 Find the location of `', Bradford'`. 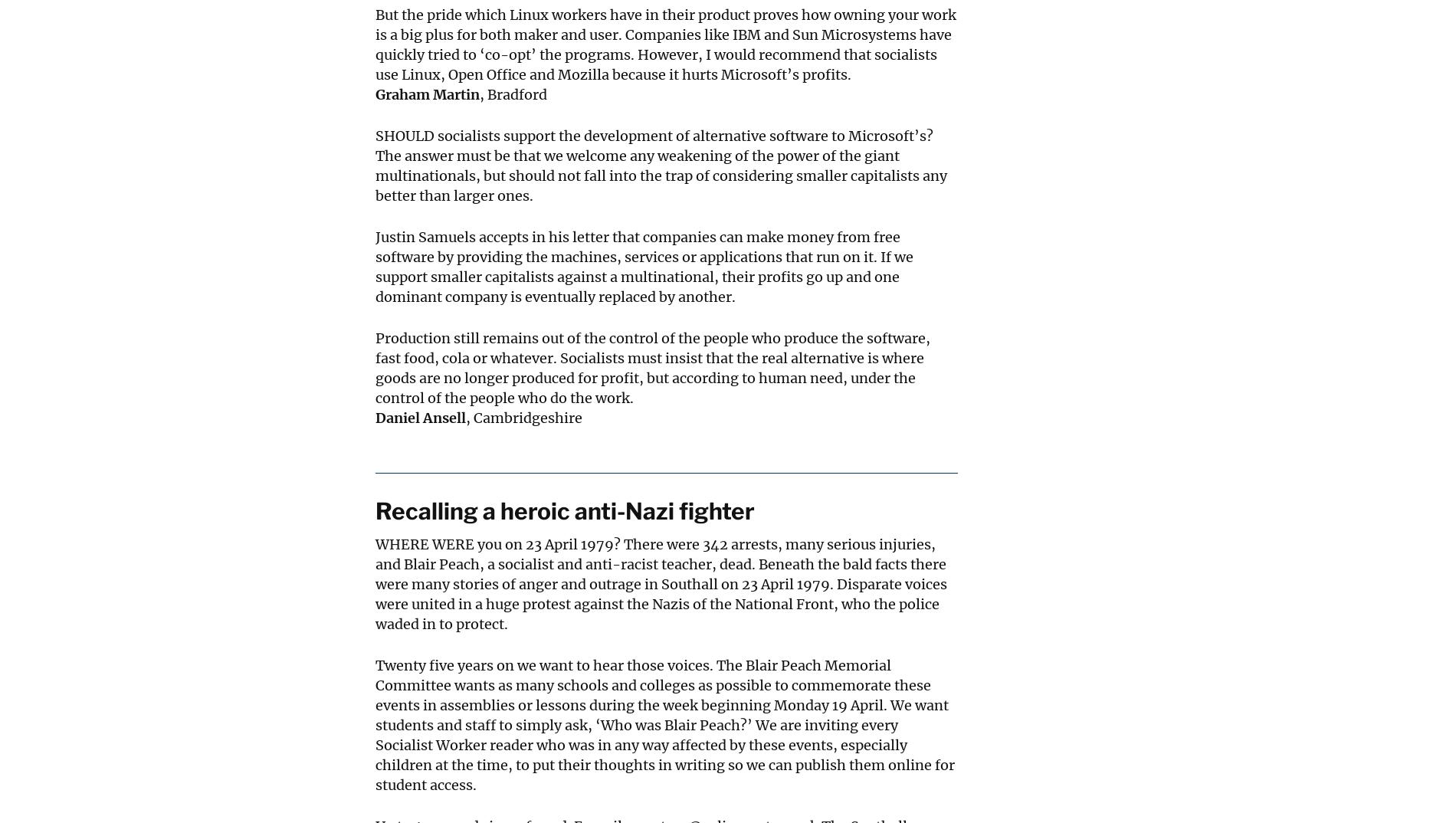

', Bradford' is located at coordinates (480, 93).